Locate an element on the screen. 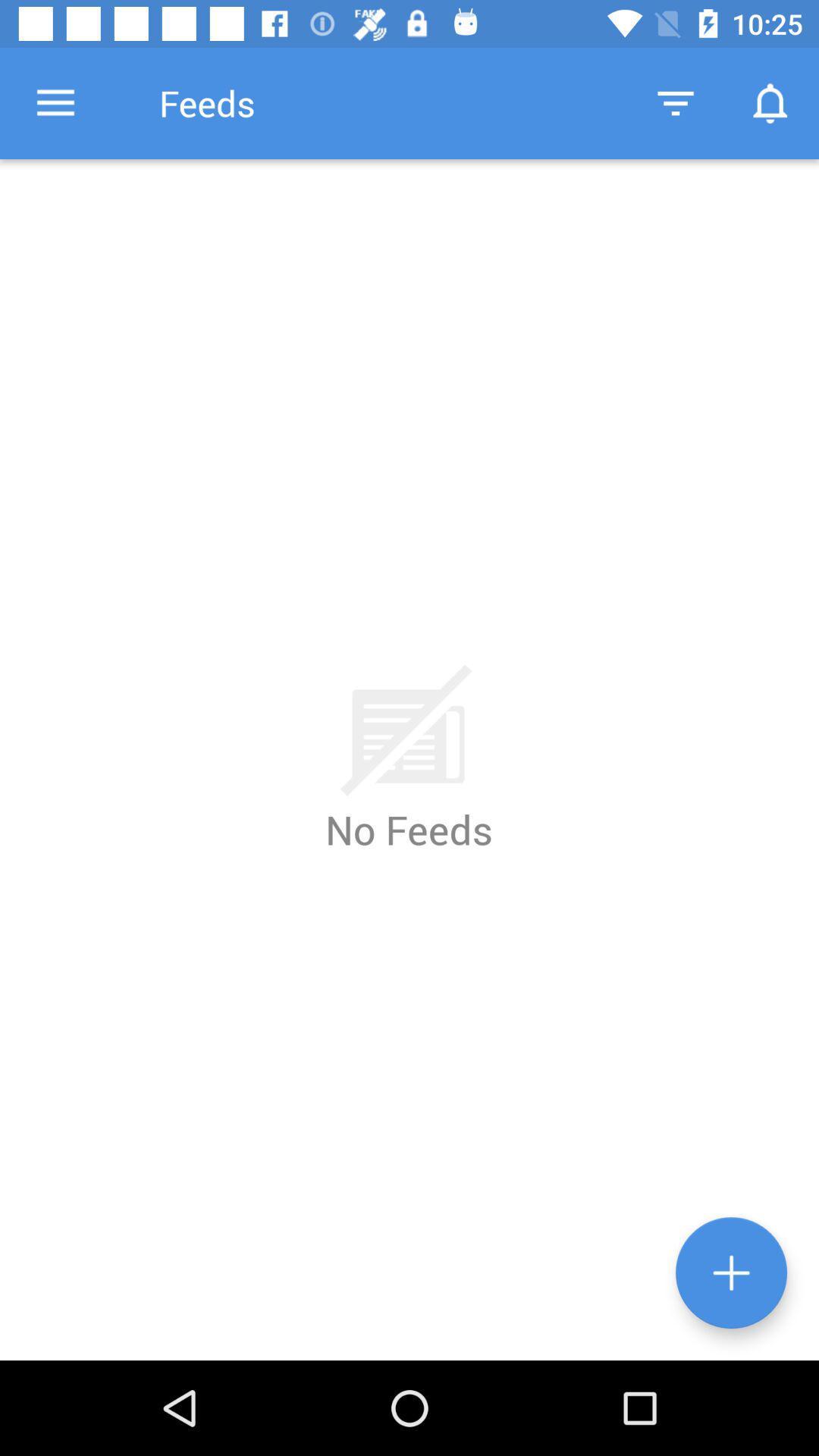 The width and height of the screenshot is (819, 1456). feed is located at coordinates (730, 1272).